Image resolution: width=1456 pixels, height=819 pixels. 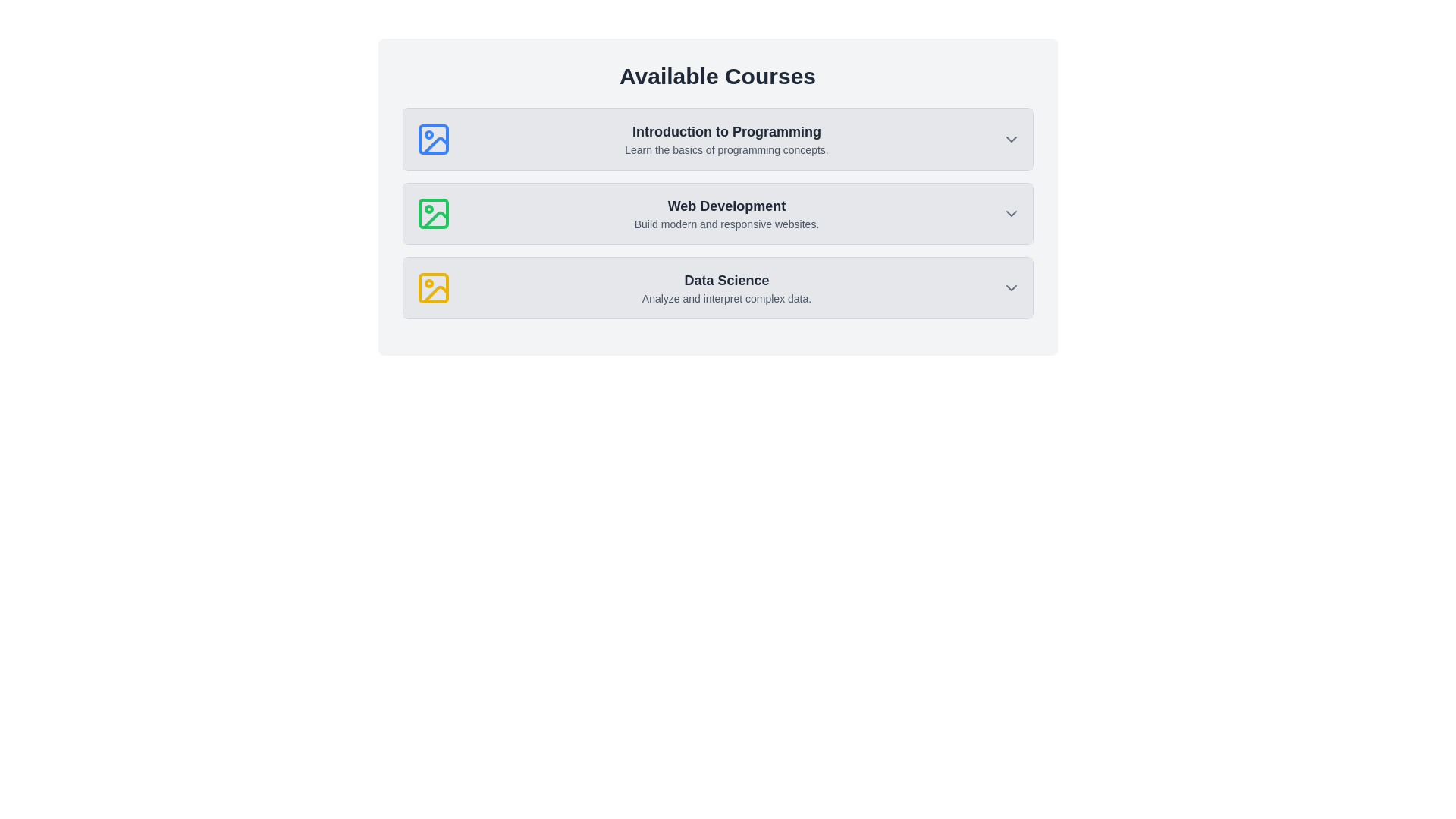 I want to click on the icon representing the 'Introduction to Programming' course located to the far left of the first course option in the list of available courses, so click(x=432, y=140).